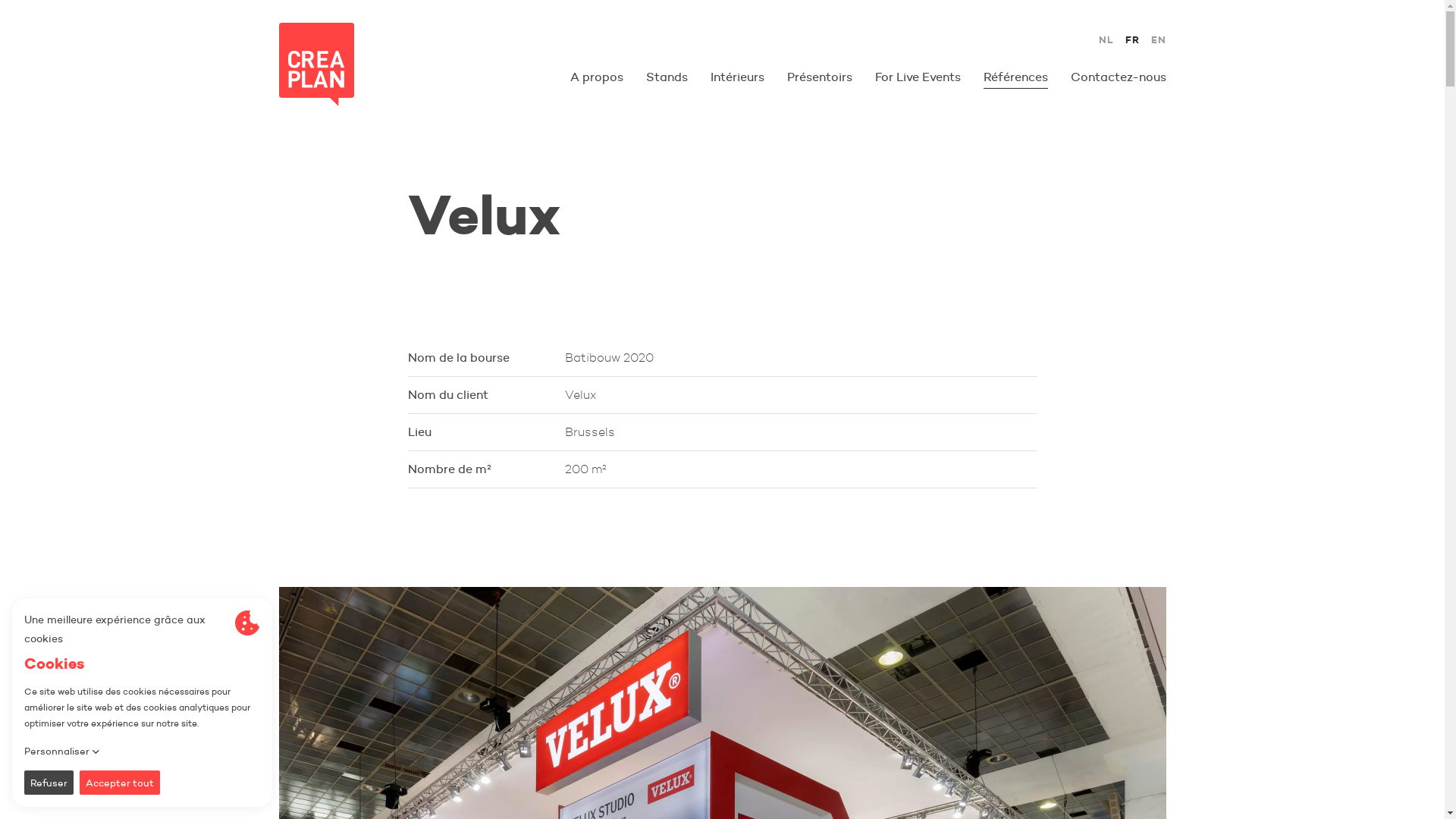 This screenshot has height=819, width=1456. What do you see at coordinates (1157, 39) in the screenshot?
I see `'EN'` at bounding box center [1157, 39].